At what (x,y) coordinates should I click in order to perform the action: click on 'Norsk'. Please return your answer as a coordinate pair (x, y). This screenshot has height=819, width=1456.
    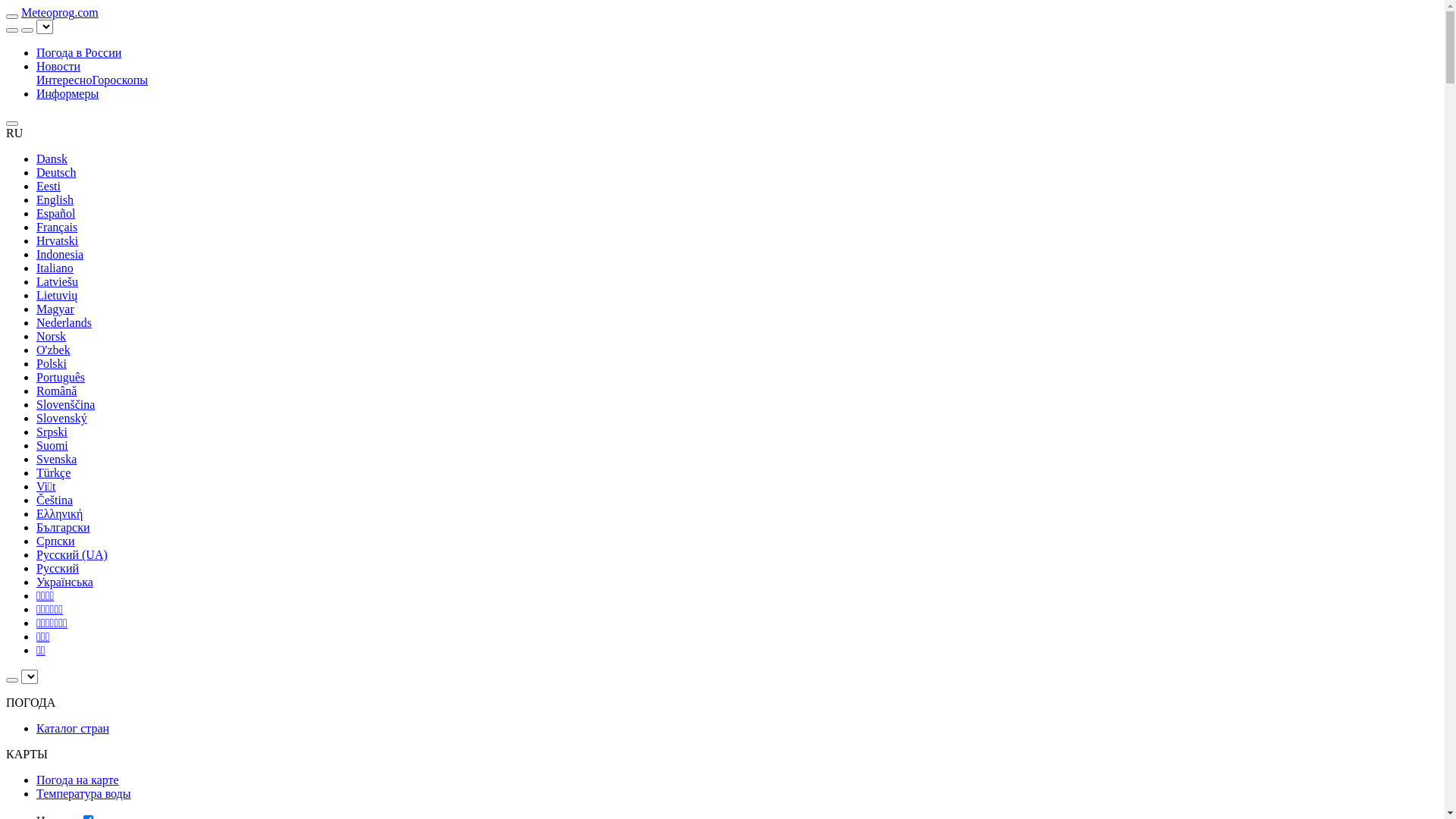
    Looking at the image, I should click on (51, 335).